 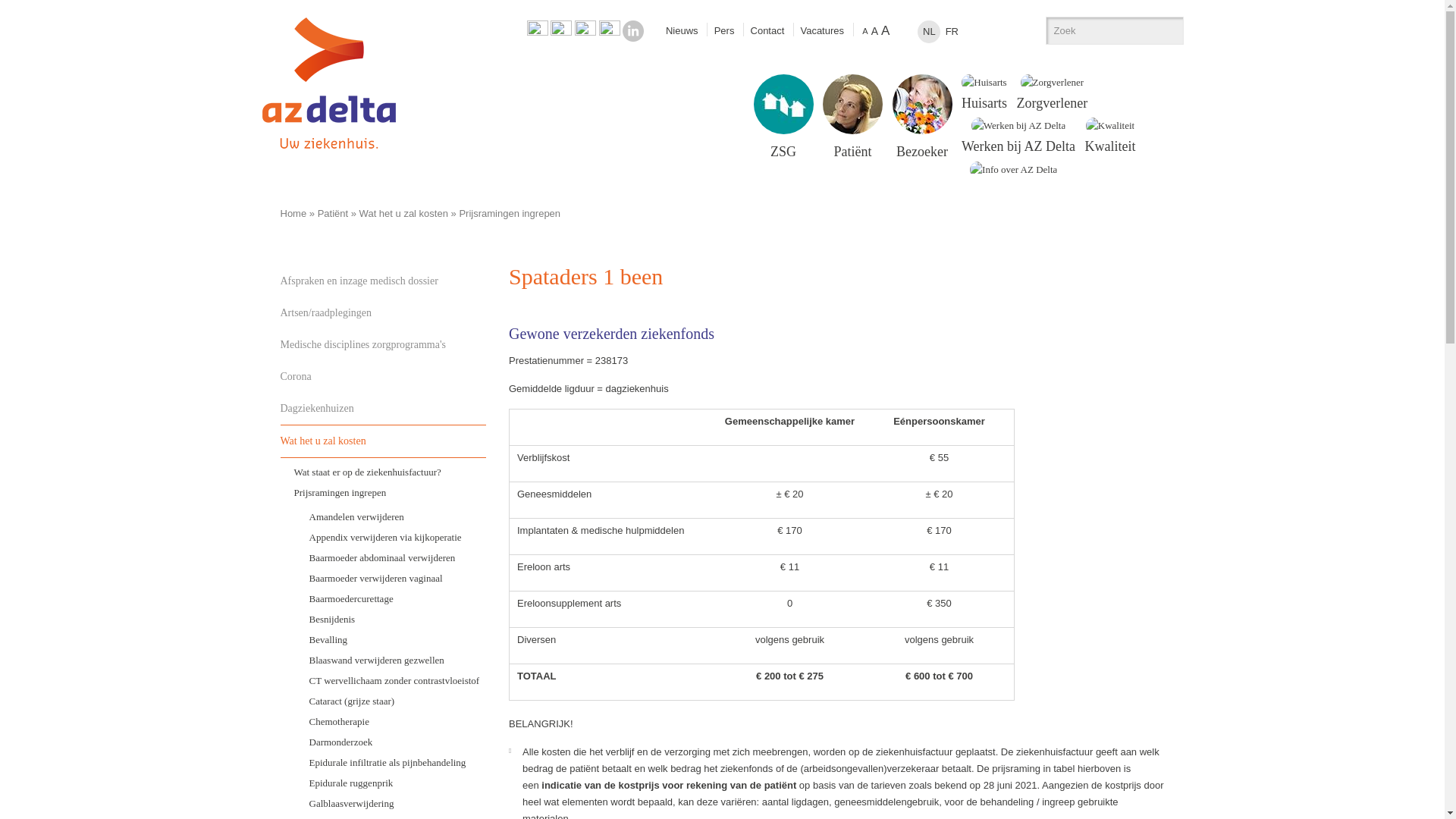 I want to click on 'Pers', so click(x=723, y=30).